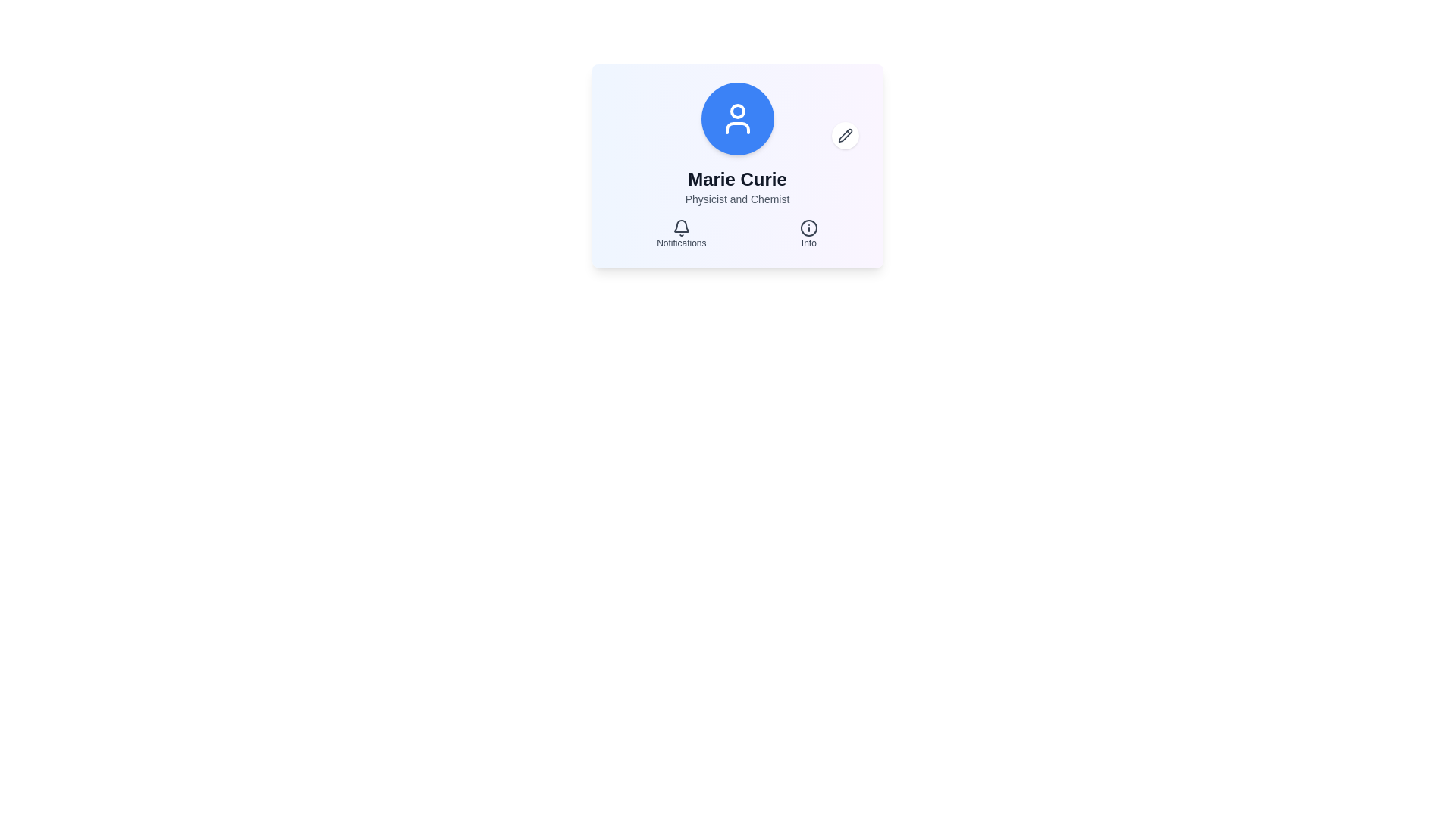 This screenshot has height=819, width=1456. What do you see at coordinates (844, 134) in the screenshot?
I see `the circular edit button with a pencil icon located at the bottom-right corner of the user card component to observe any hover effects` at bounding box center [844, 134].